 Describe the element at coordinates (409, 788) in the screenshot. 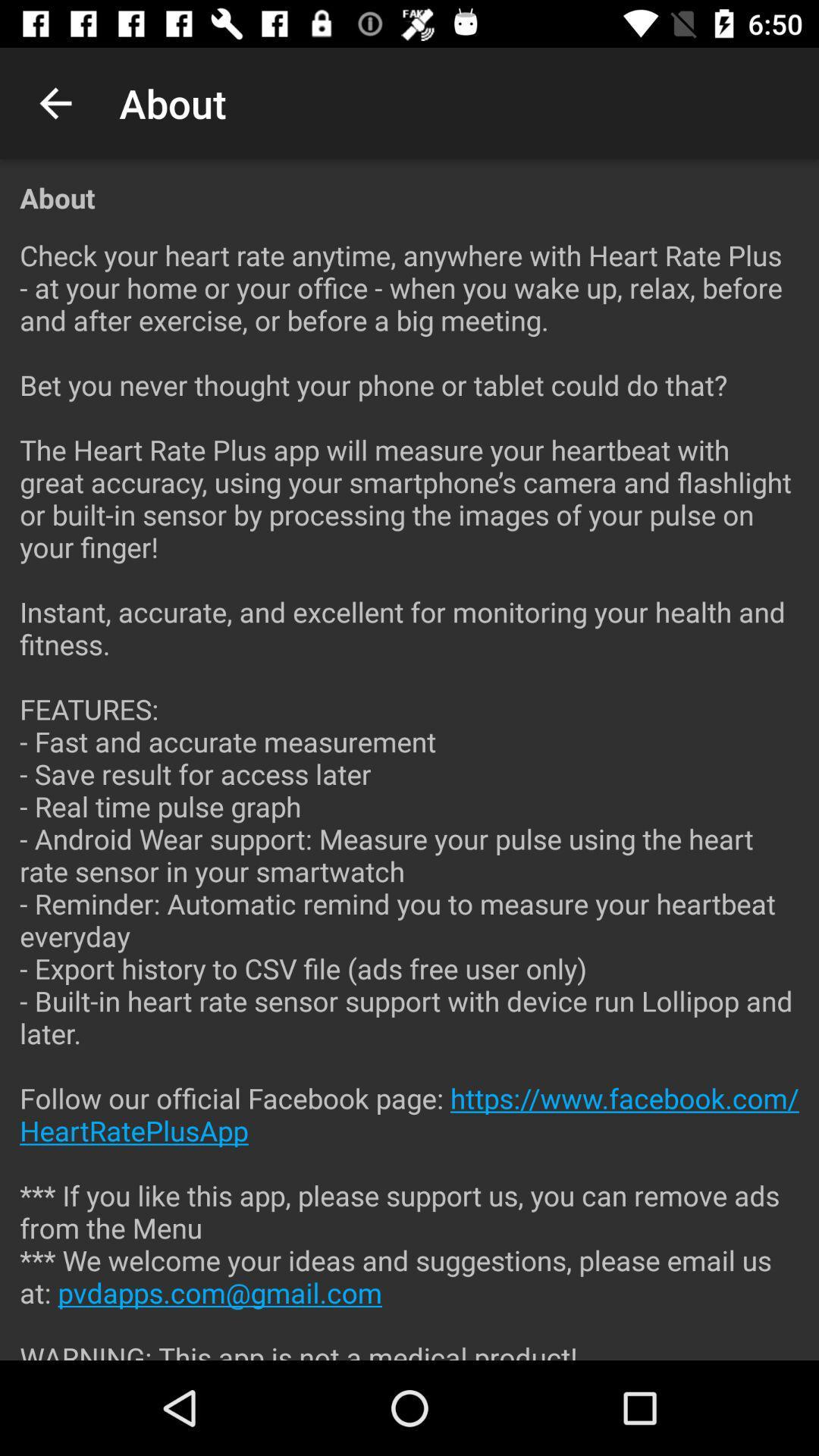

I see `the check your heart item` at that location.